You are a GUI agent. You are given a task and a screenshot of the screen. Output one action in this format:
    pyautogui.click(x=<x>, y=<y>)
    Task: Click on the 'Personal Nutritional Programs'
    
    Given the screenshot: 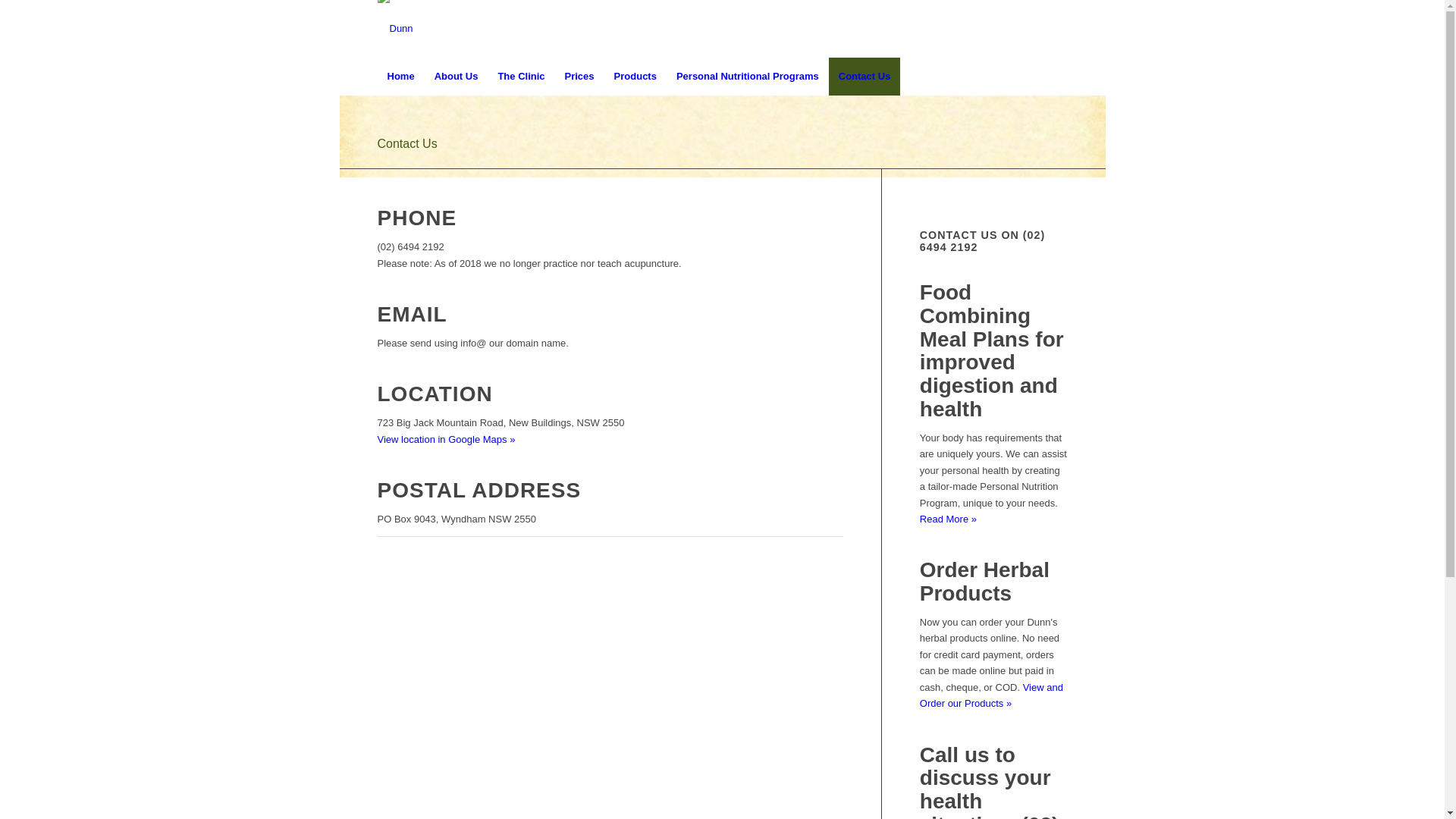 What is the action you would take?
    pyautogui.click(x=747, y=76)
    